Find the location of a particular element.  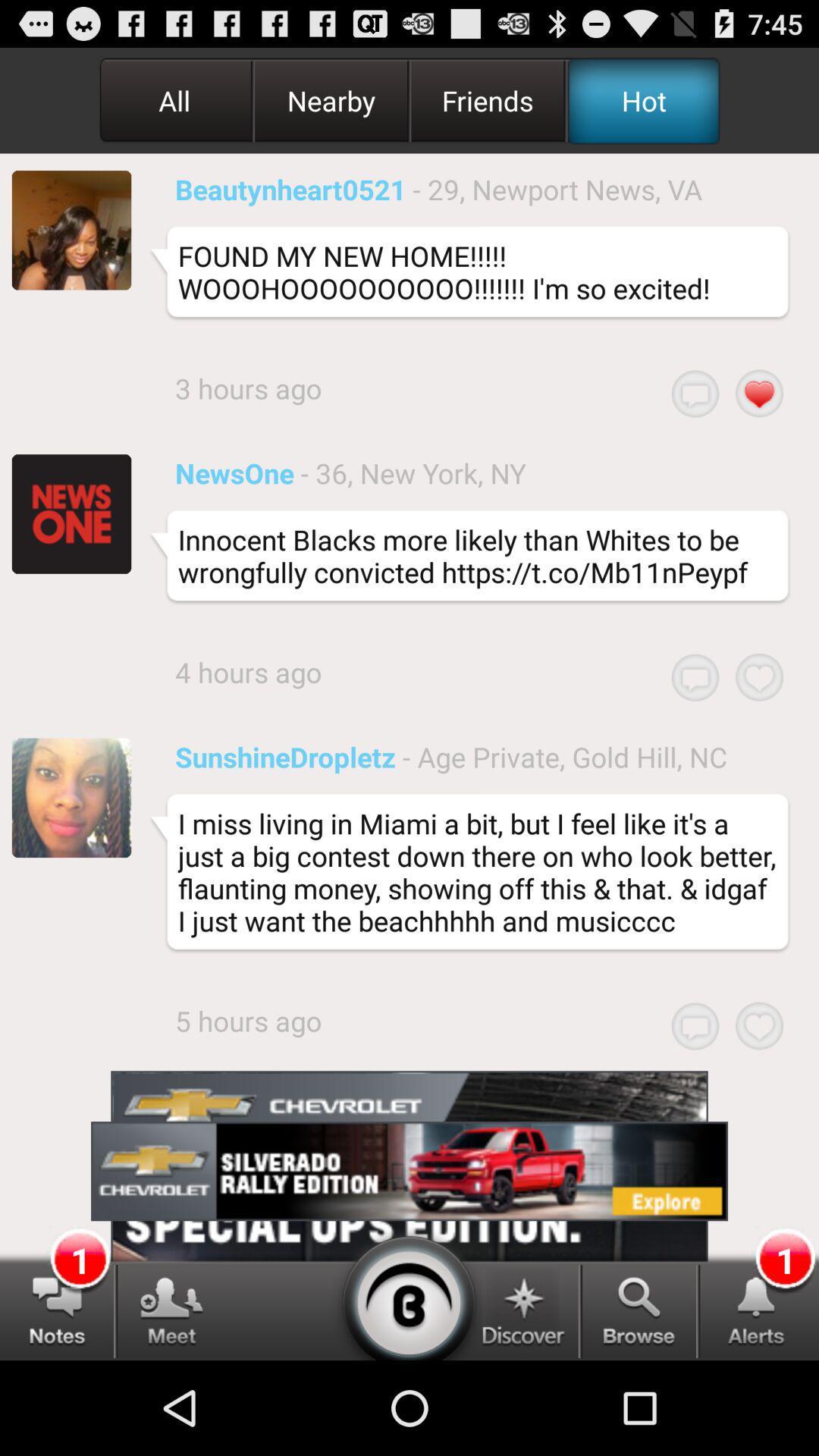

the search icon is located at coordinates (639, 1401).